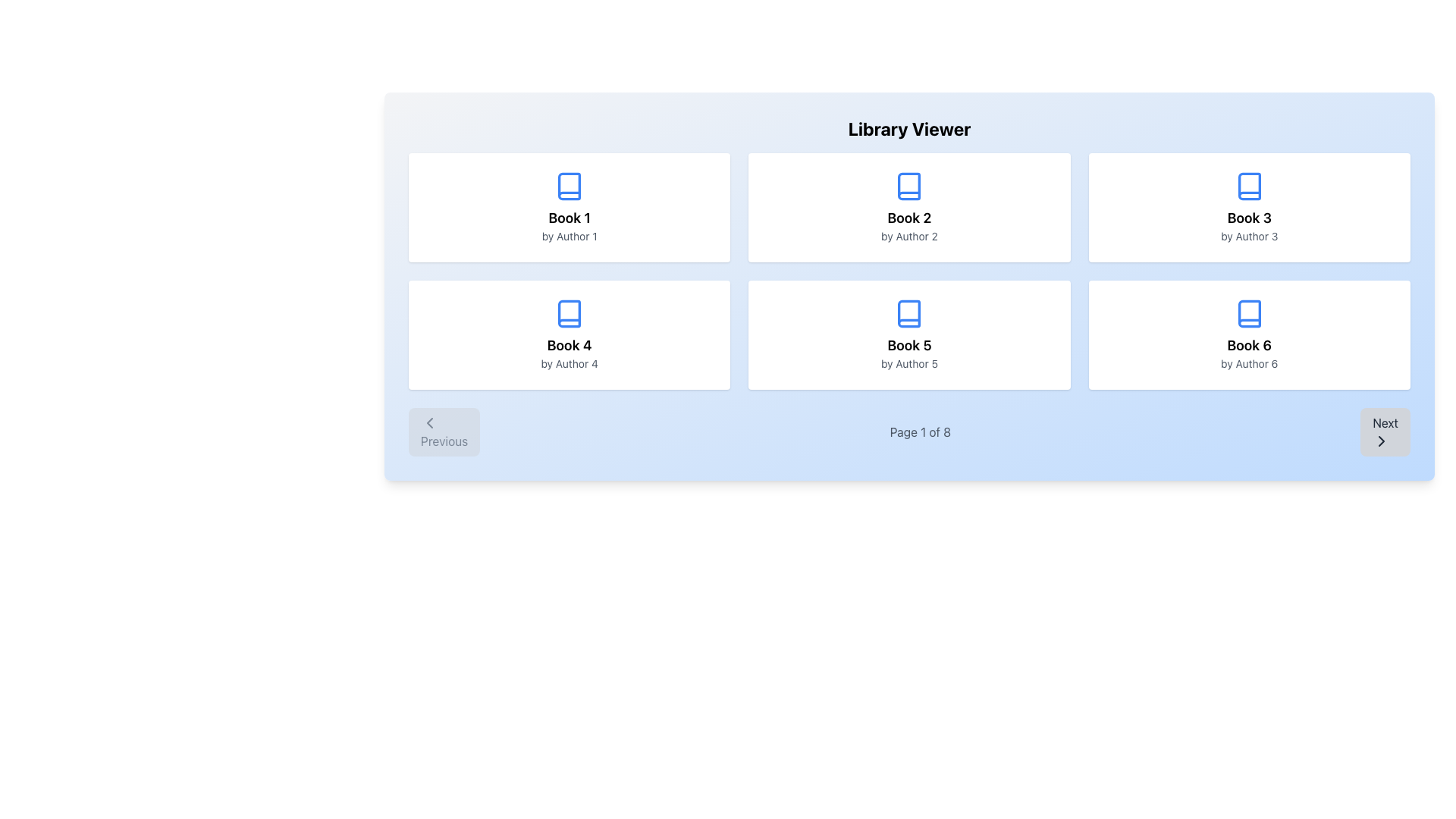  Describe the element at coordinates (909, 237) in the screenshot. I see `the text label displaying 'by Author 2', which is styled in gray and appears as a subtitle under the title of 'Book 2'` at that location.